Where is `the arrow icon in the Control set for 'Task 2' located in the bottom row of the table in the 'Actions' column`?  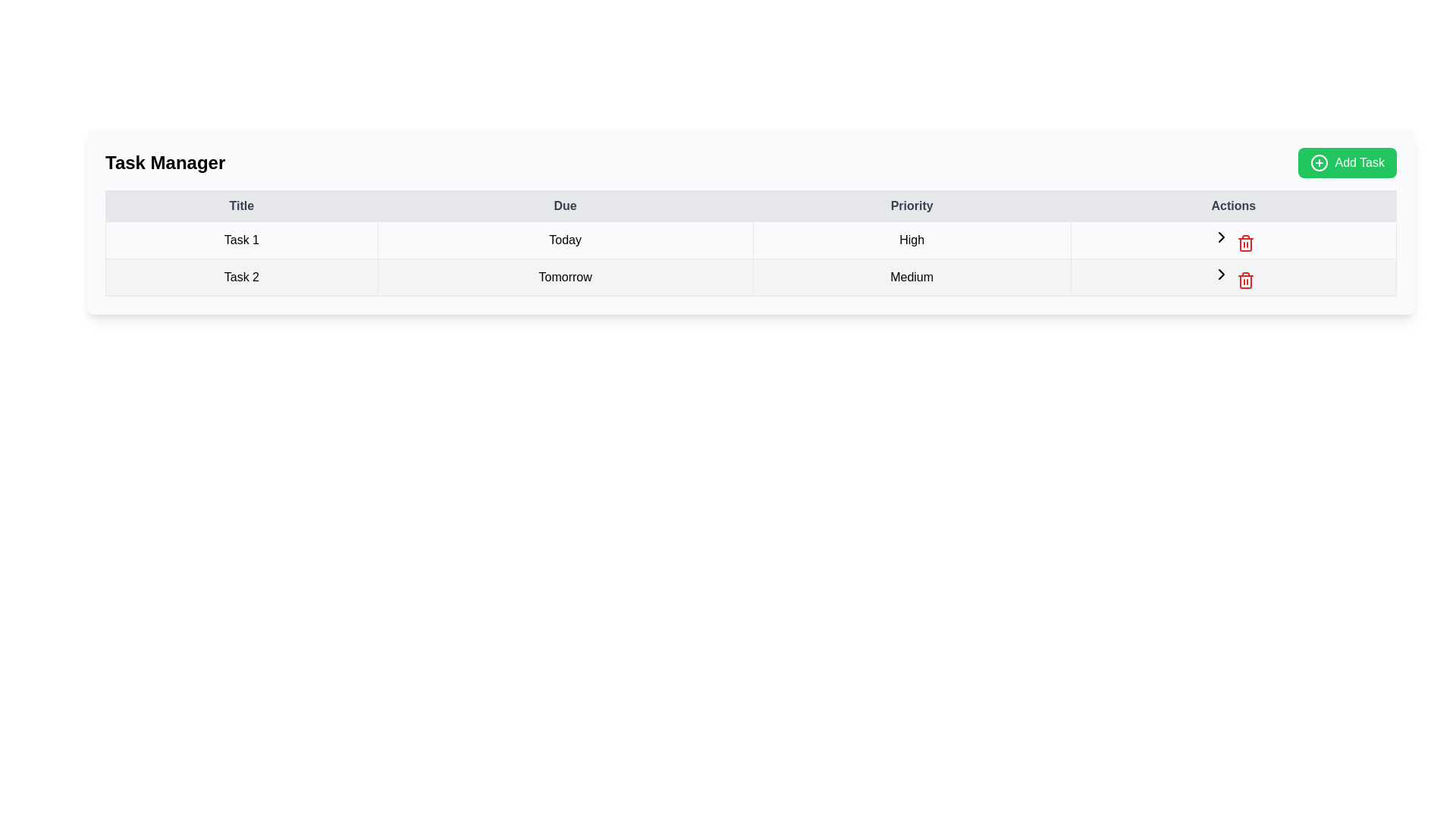 the arrow icon in the Control set for 'Task 2' located in the bottom row of the table in the 'Actions' column is located at coordinates (1233, 277).